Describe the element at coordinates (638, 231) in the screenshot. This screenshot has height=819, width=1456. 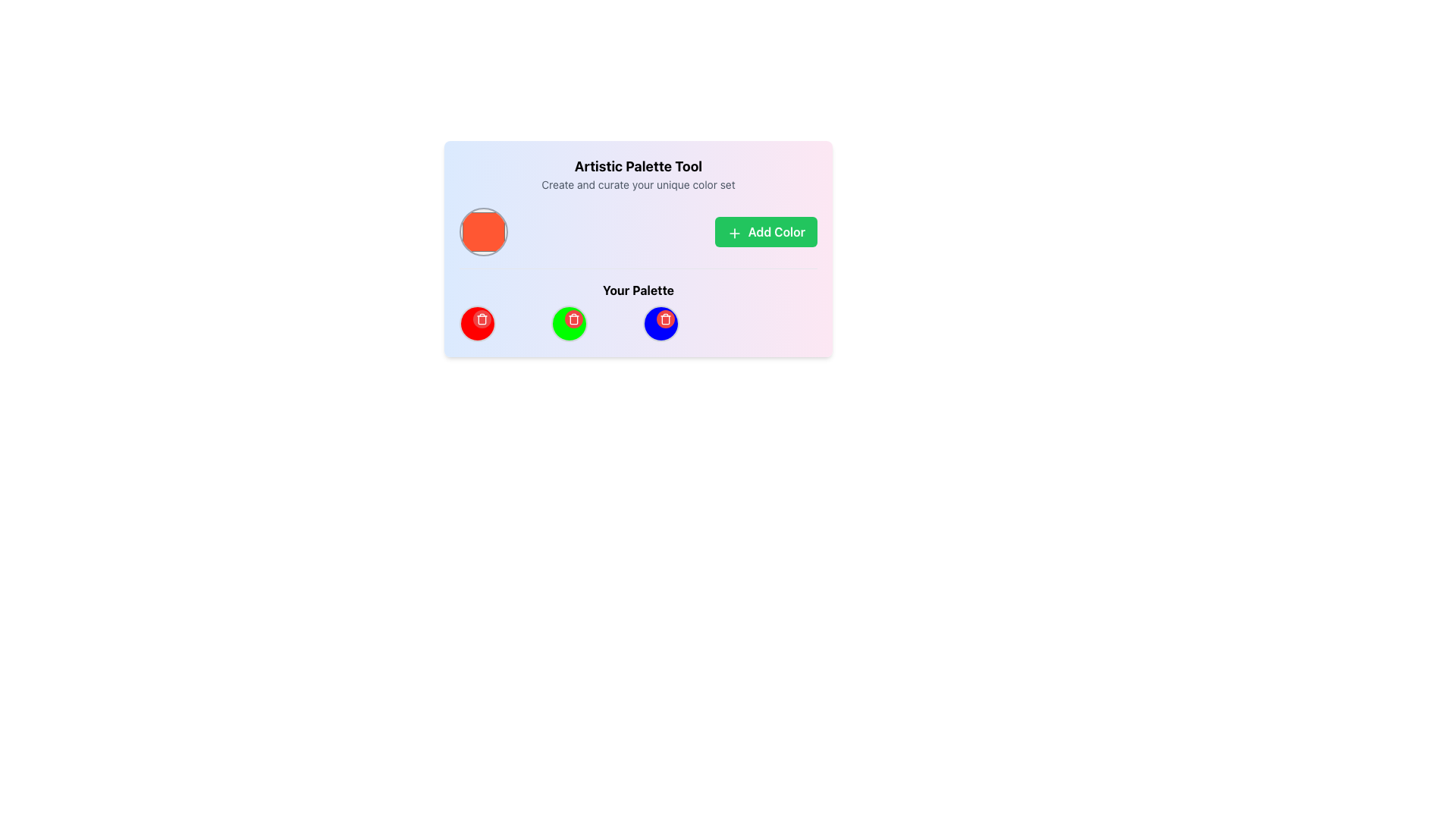
I see `a color using the color picker located in the second section of the 'Artistic Palette Tool' interface, just above the 'Your Palette' section` at that location.